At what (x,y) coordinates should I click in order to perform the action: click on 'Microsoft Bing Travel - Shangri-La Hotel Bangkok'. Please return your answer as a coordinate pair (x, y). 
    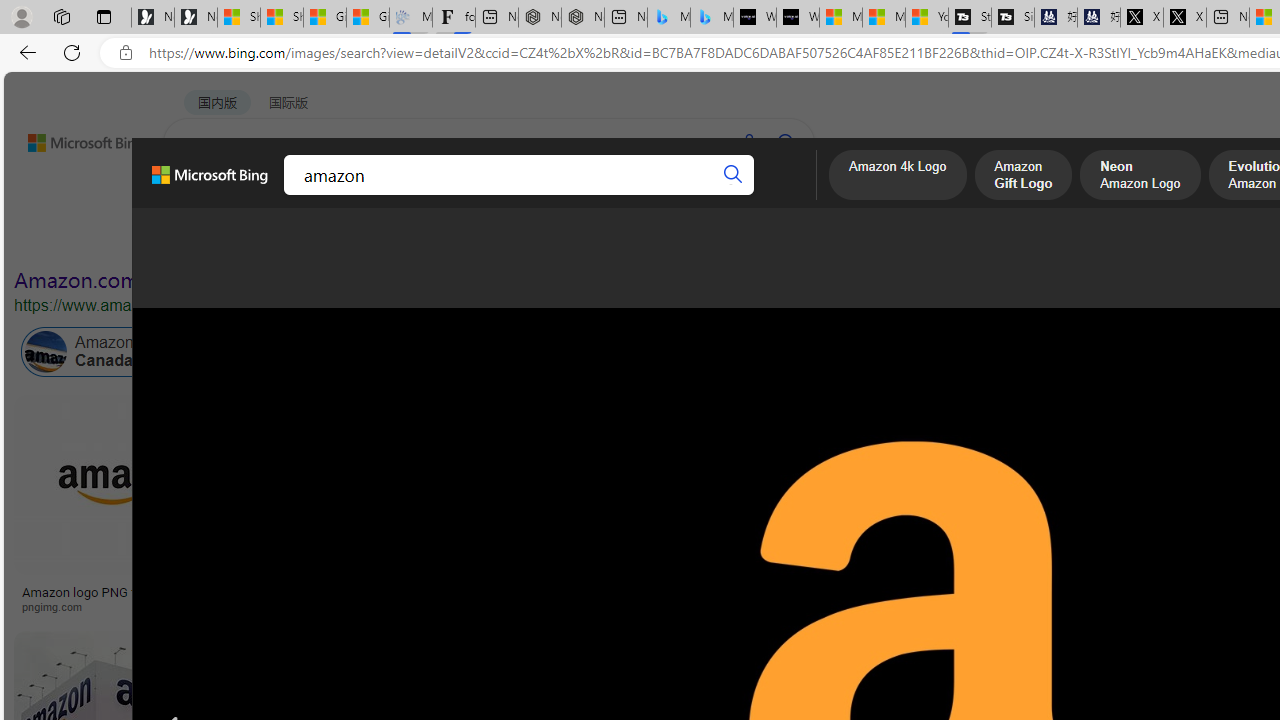
    Looking at the image, I should click on (712, 17).